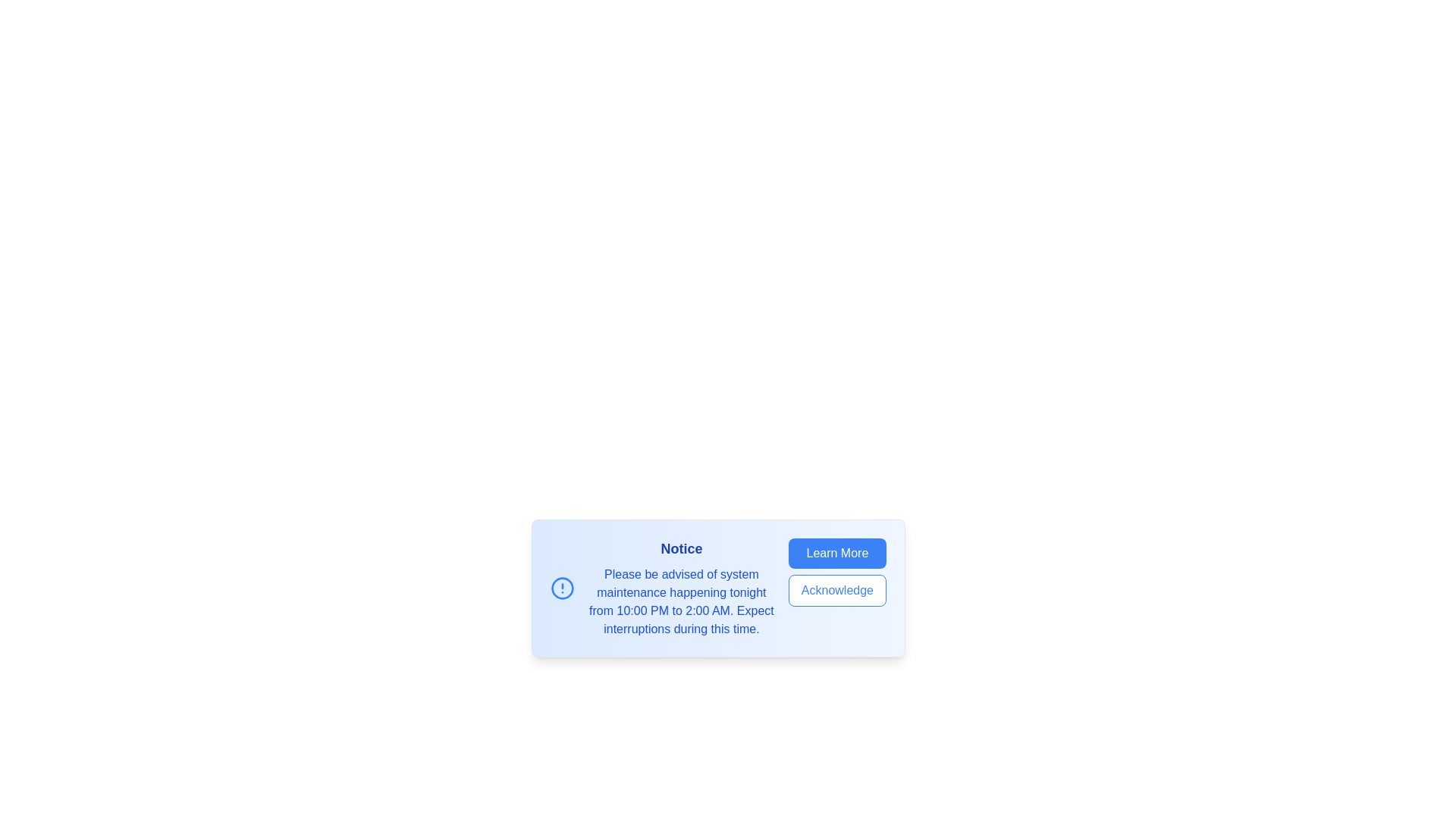 The height and width of the screenshot is (819, 1456). I want to click on the 'Acknowledge' button, so click(836, 590).